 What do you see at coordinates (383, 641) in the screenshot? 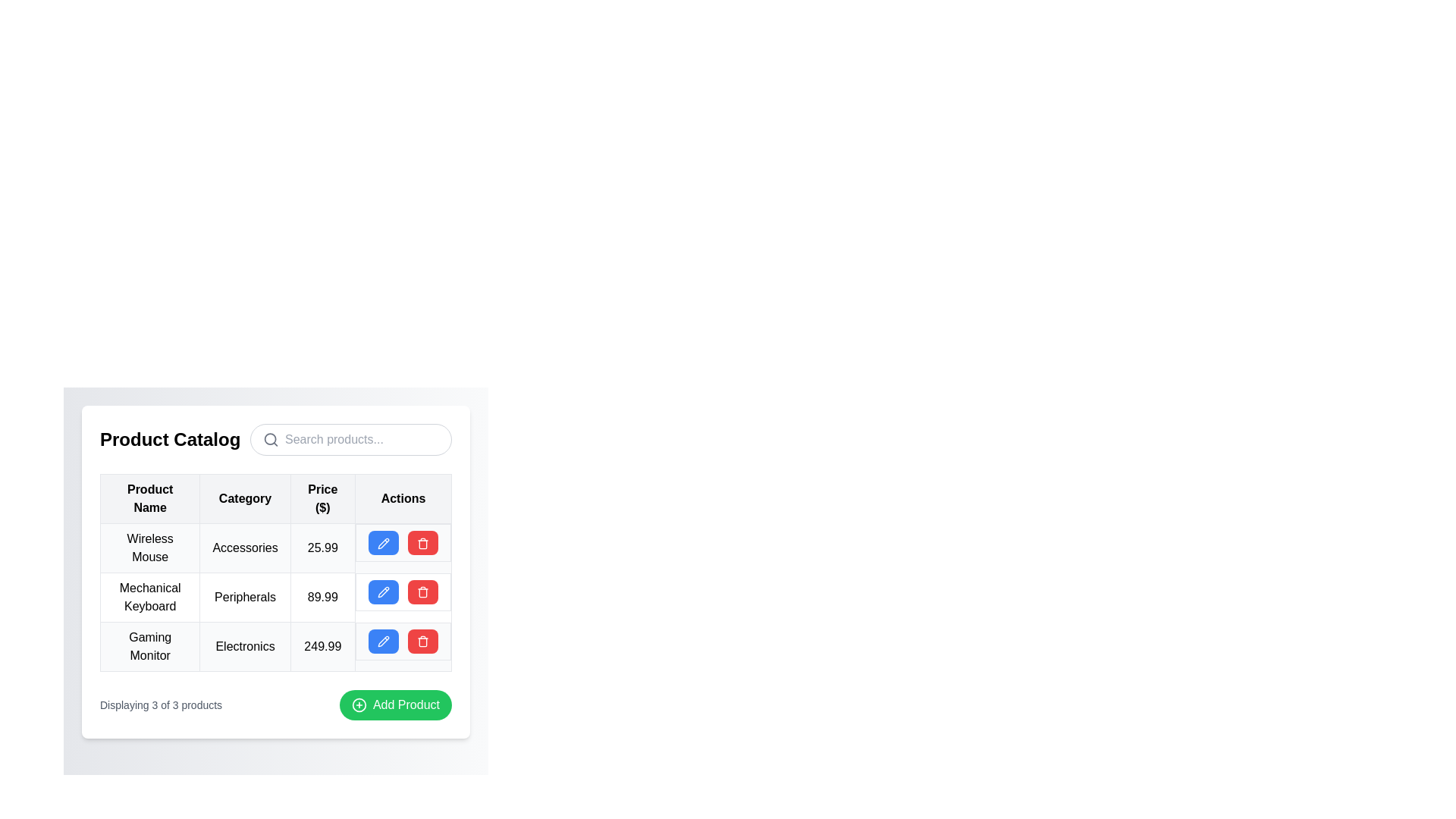
I see `the edit button in the 'Actions' column for the 'Gaming Monitor' entry` at bounding box center [383, 641].